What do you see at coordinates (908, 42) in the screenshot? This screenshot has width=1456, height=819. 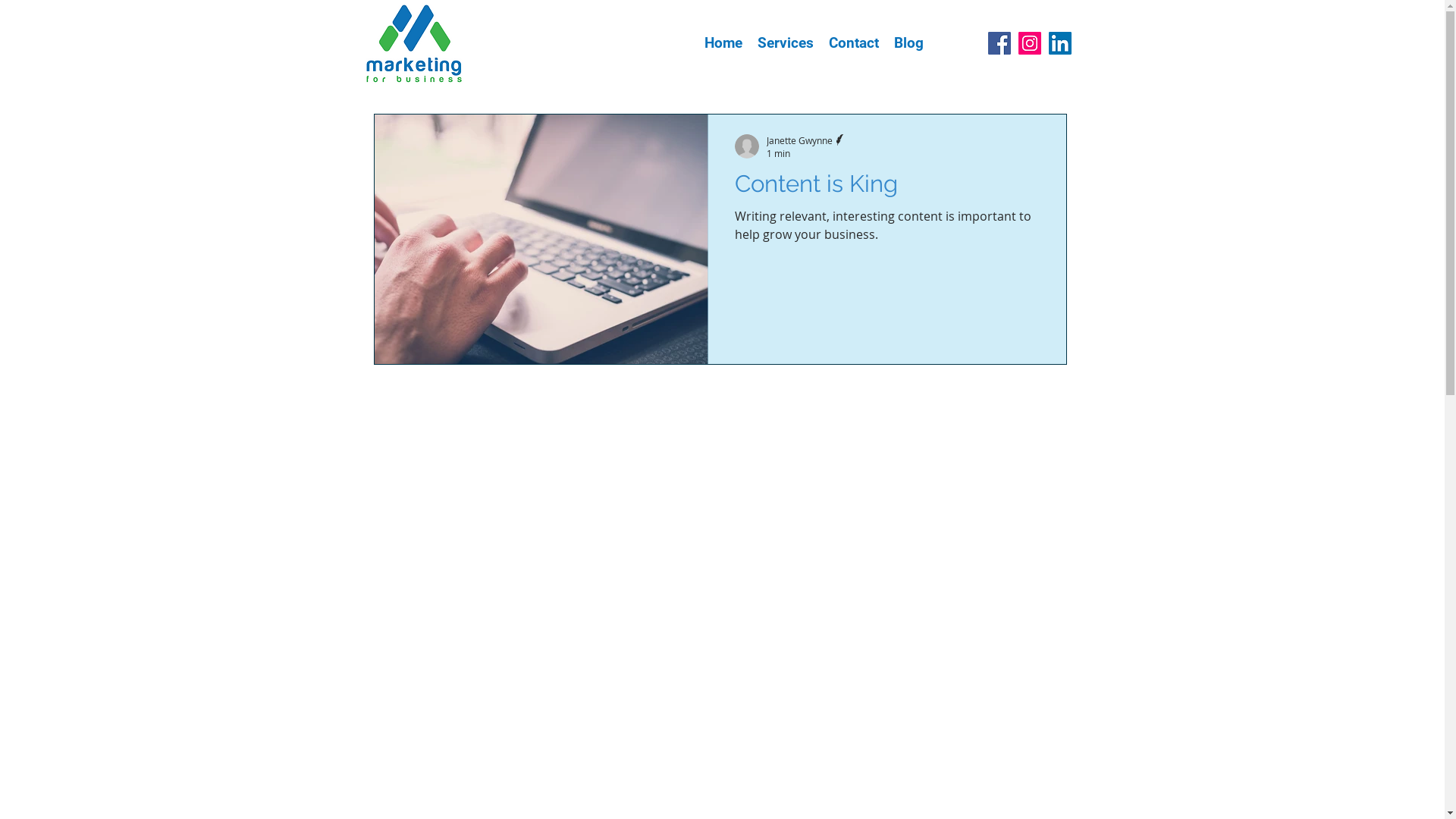 I see `'Blog'` at bounding box center [908, 42].